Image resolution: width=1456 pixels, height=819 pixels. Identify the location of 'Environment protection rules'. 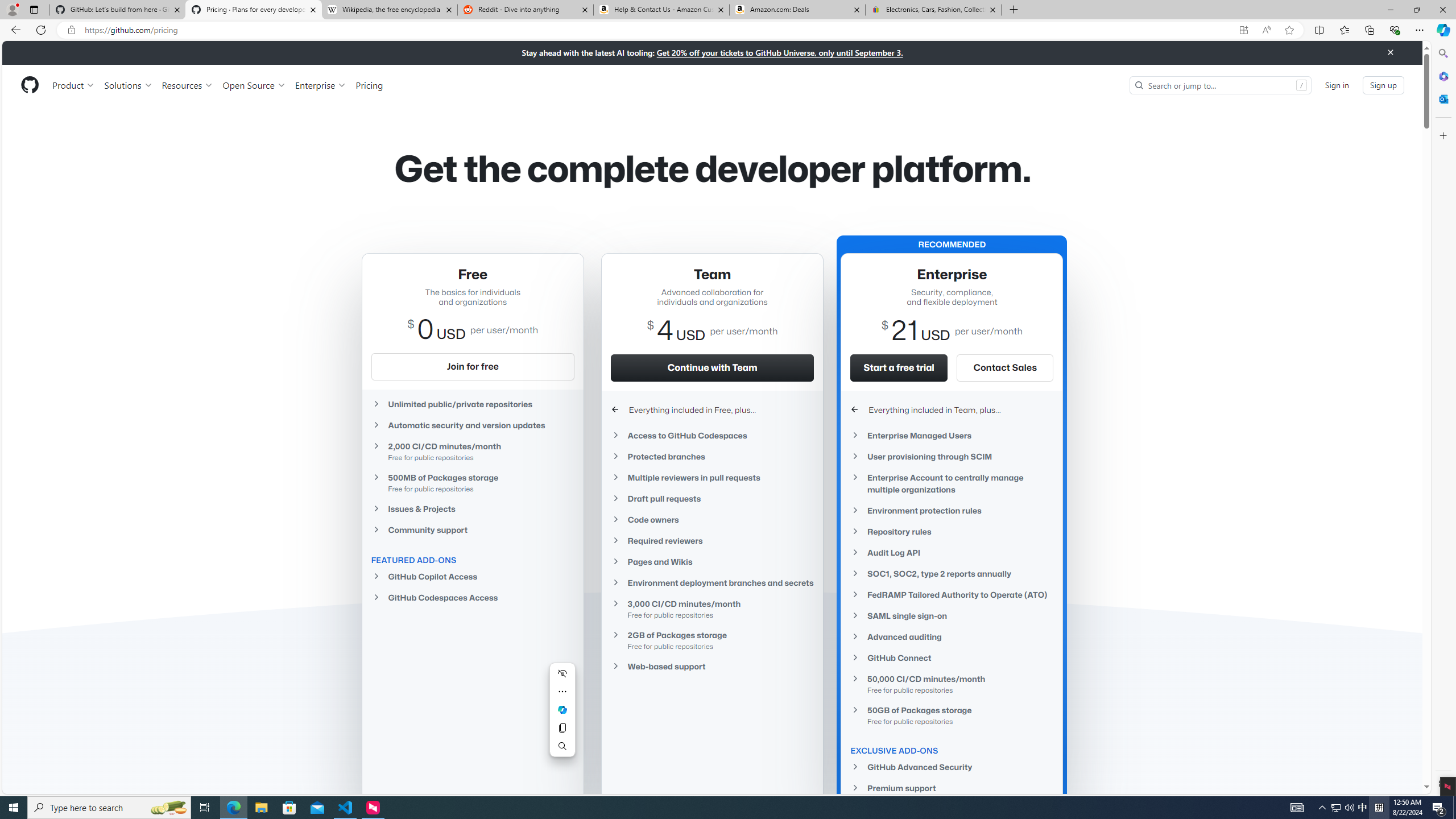
(952, 510).